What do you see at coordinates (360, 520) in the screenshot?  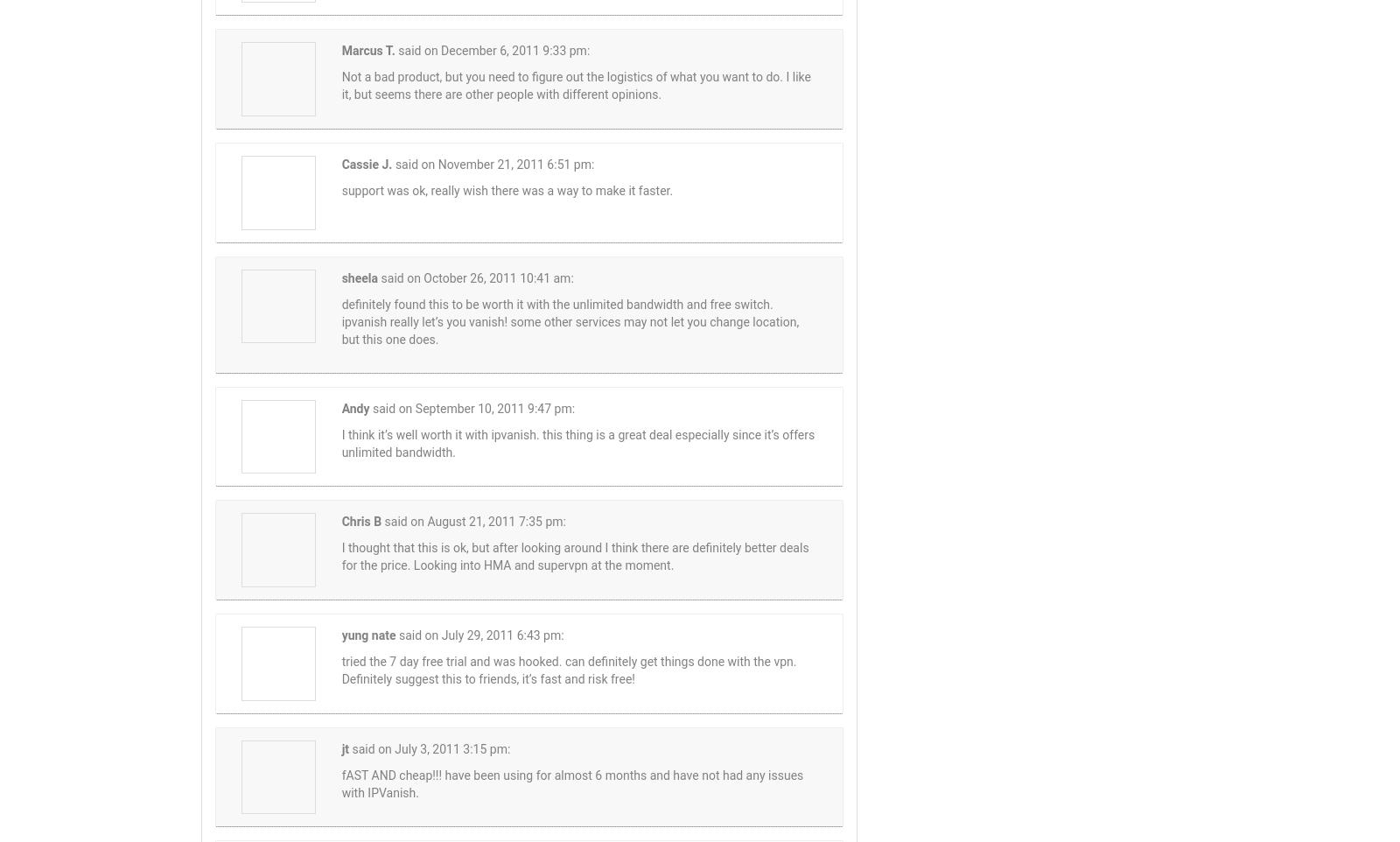 I see `'Chris B'` at bounding box center [360, 520].